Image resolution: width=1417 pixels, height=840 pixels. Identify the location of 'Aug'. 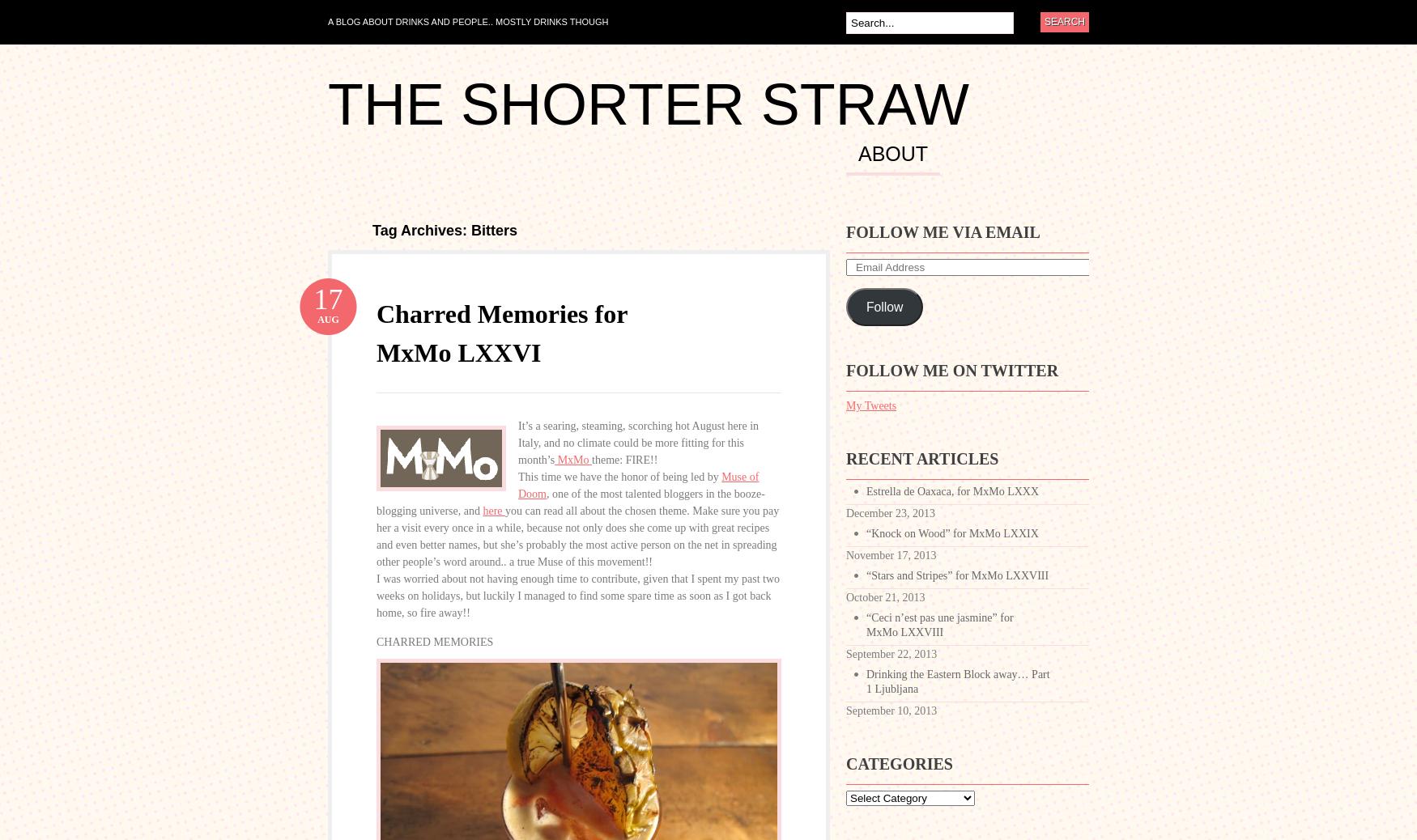
(326, 319).